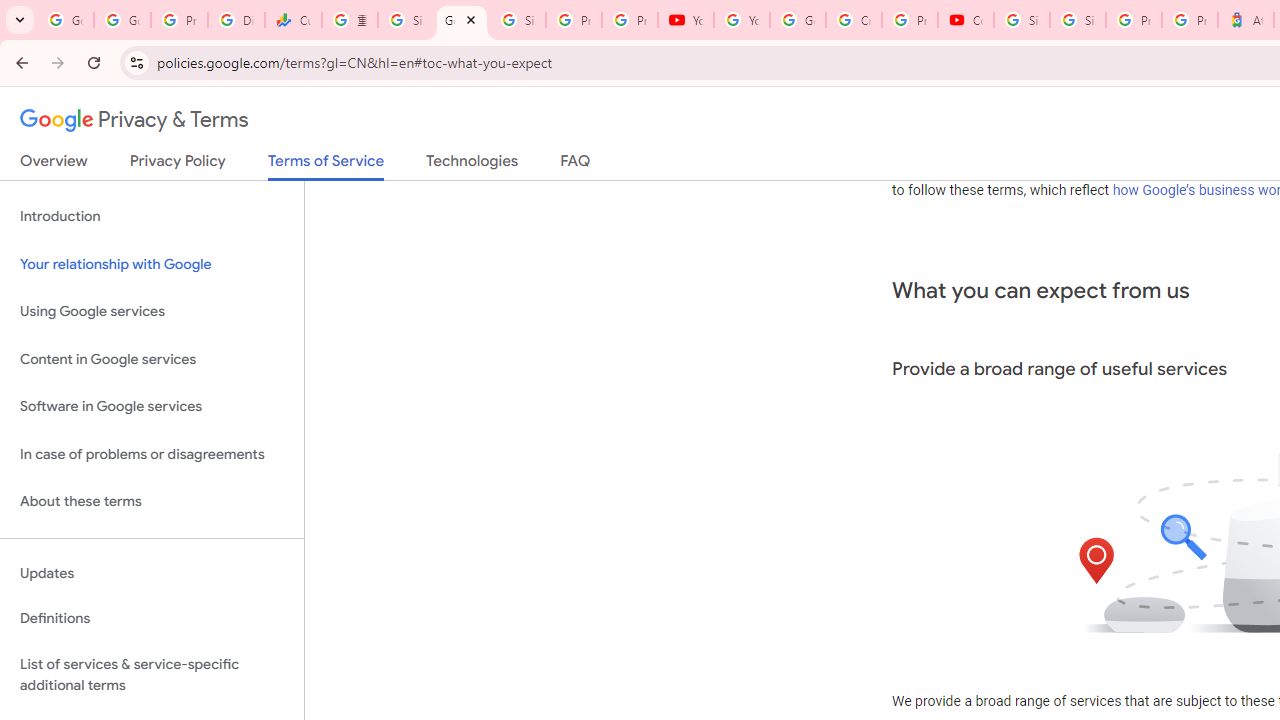 This screenshot has height=720, width=1280. What do you see at coordinates (853, 20) in the screenshot?
I see `'Create your Google Account'` at bounding box center [853, 20].